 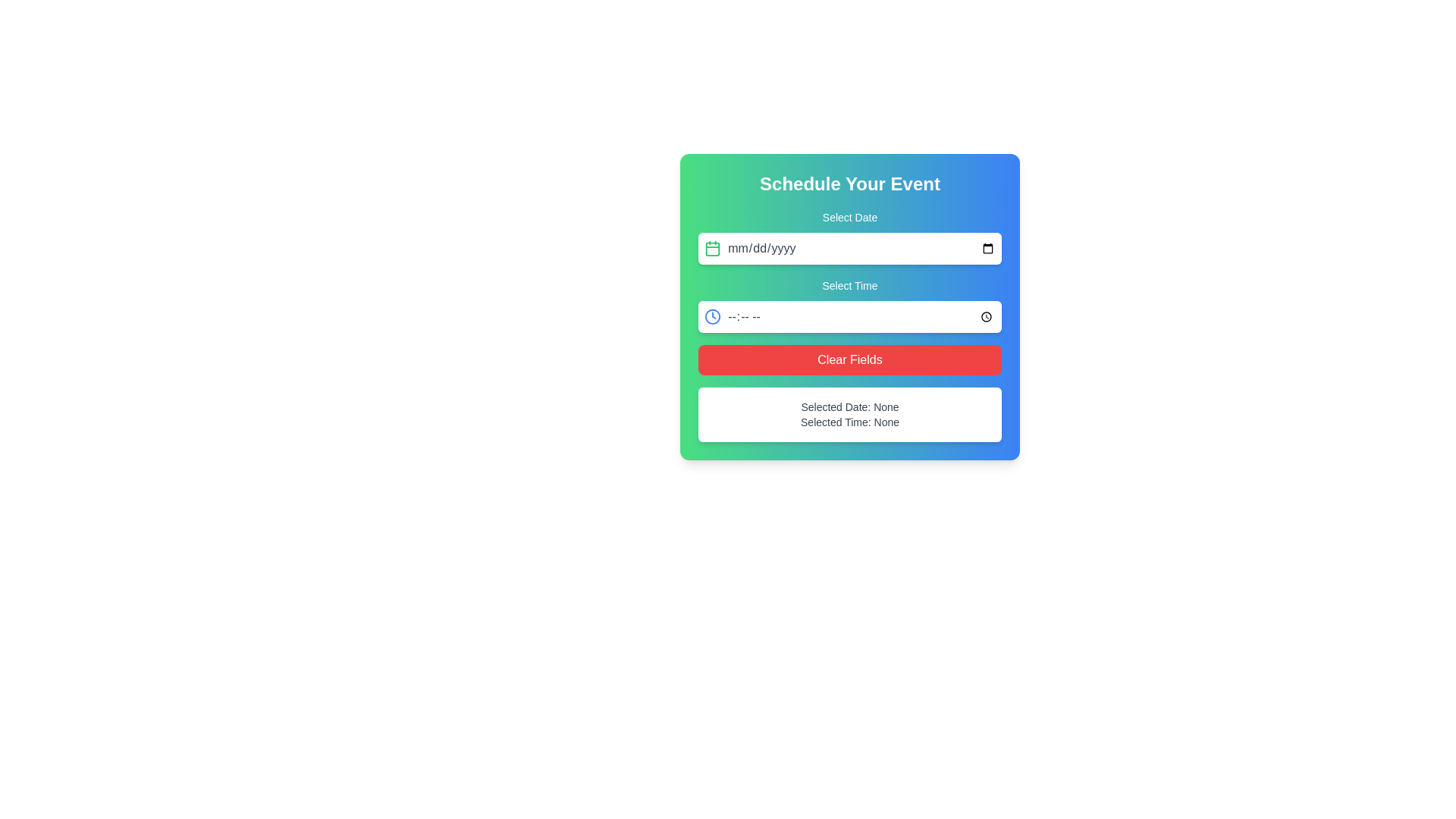 I want to click on the time selection input field below the 'Select Date' section, so click(x=850, y=304).